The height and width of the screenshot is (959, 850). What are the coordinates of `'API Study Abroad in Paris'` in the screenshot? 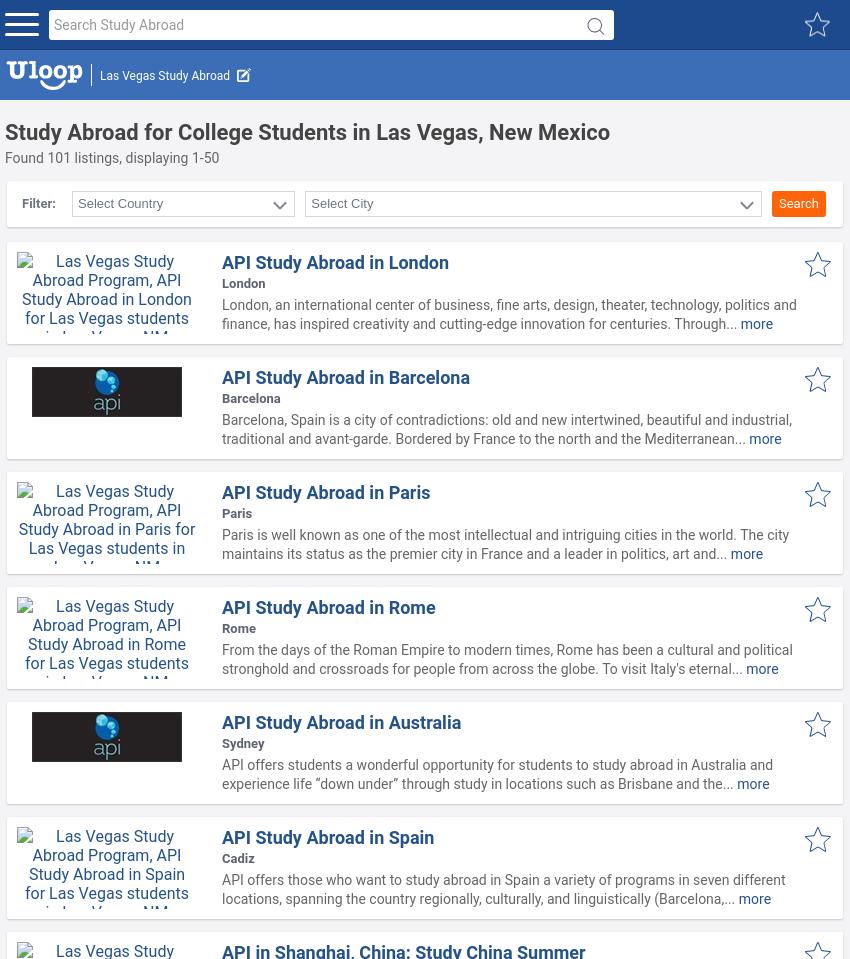 It's located at (325, 492).